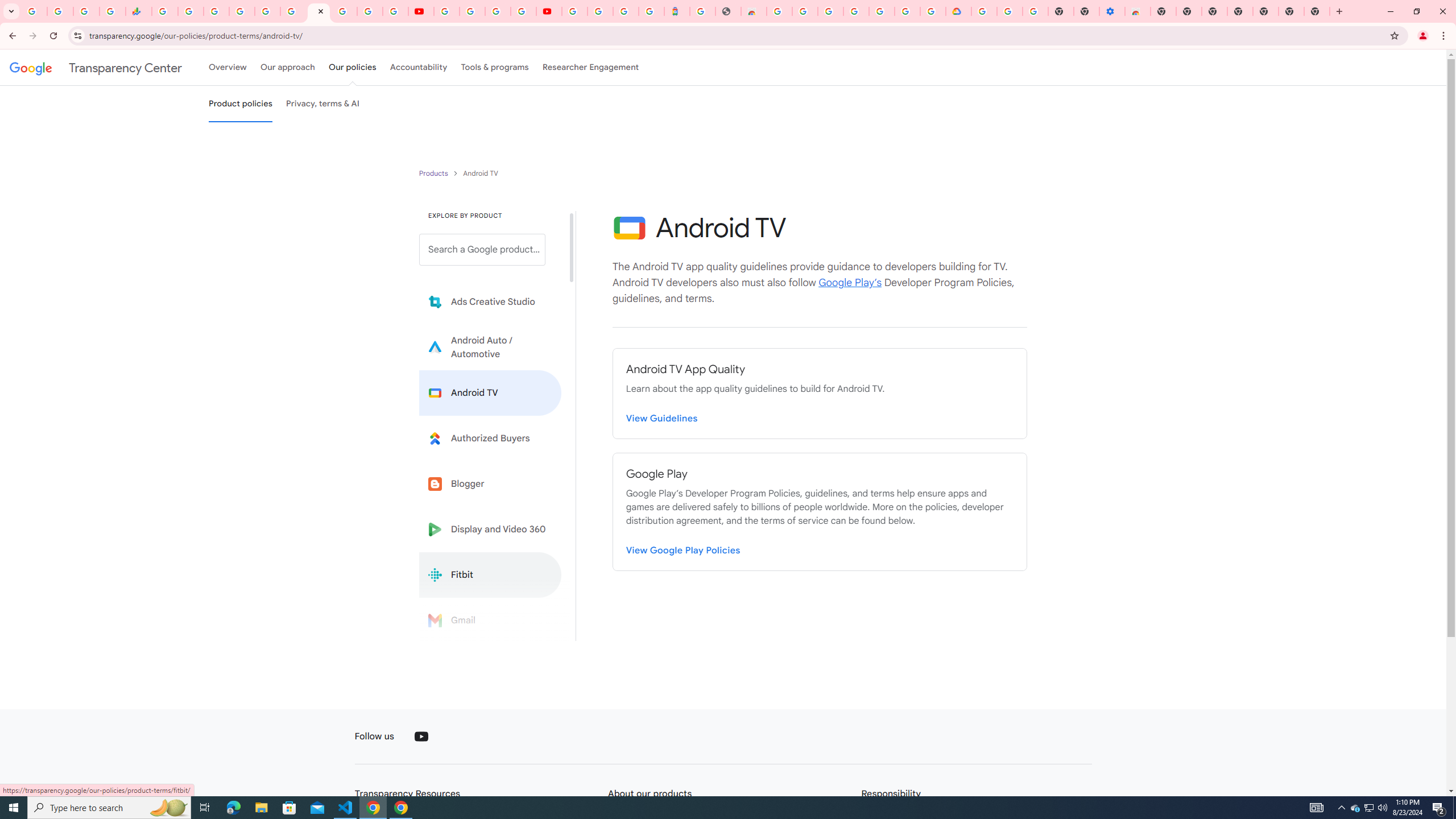 This screenshot has width=1456, height=819. I want to click on 'Learn more about Android TV', so click(490, 392).